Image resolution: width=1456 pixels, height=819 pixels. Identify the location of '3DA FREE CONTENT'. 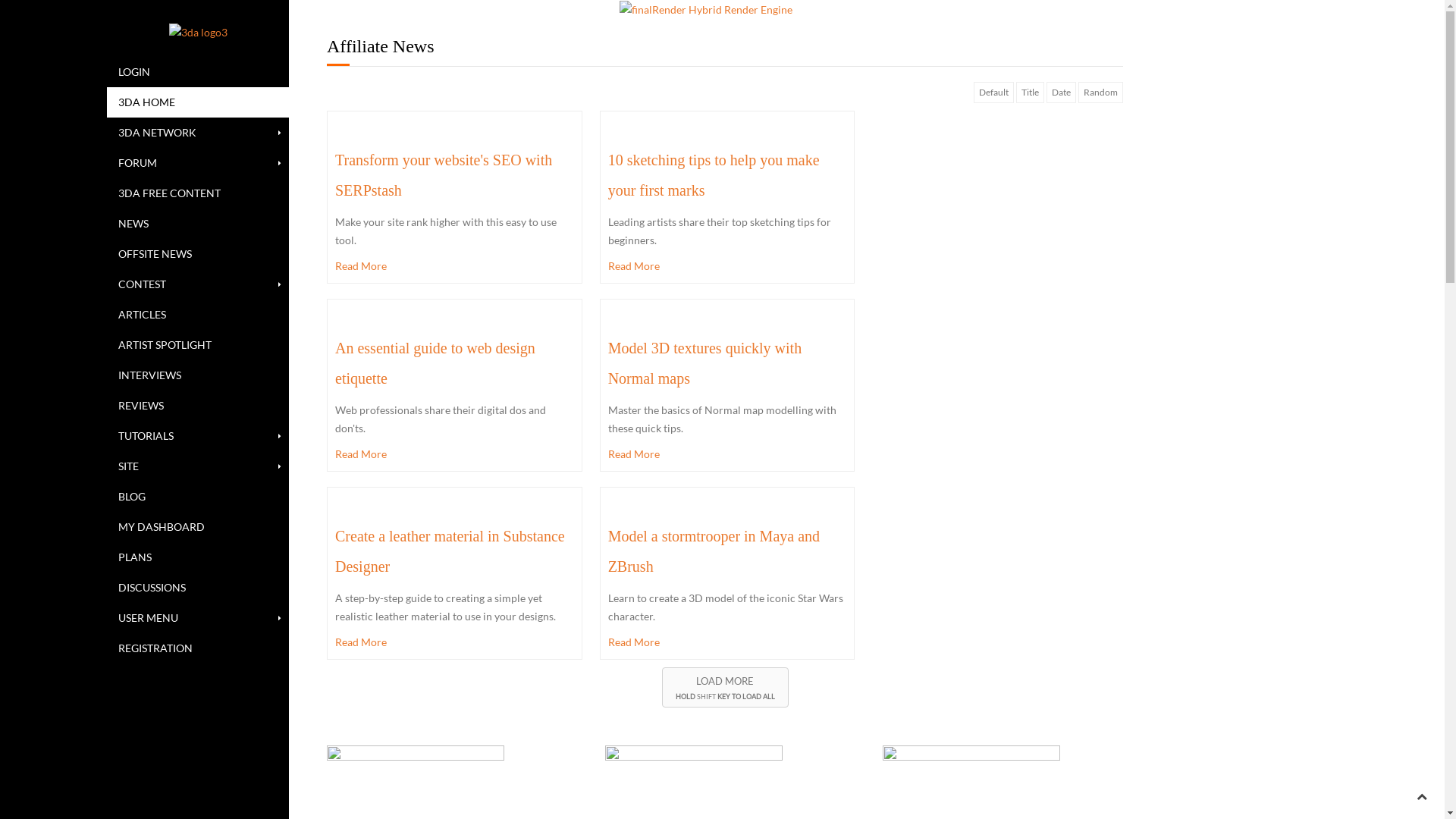
(196, 192).